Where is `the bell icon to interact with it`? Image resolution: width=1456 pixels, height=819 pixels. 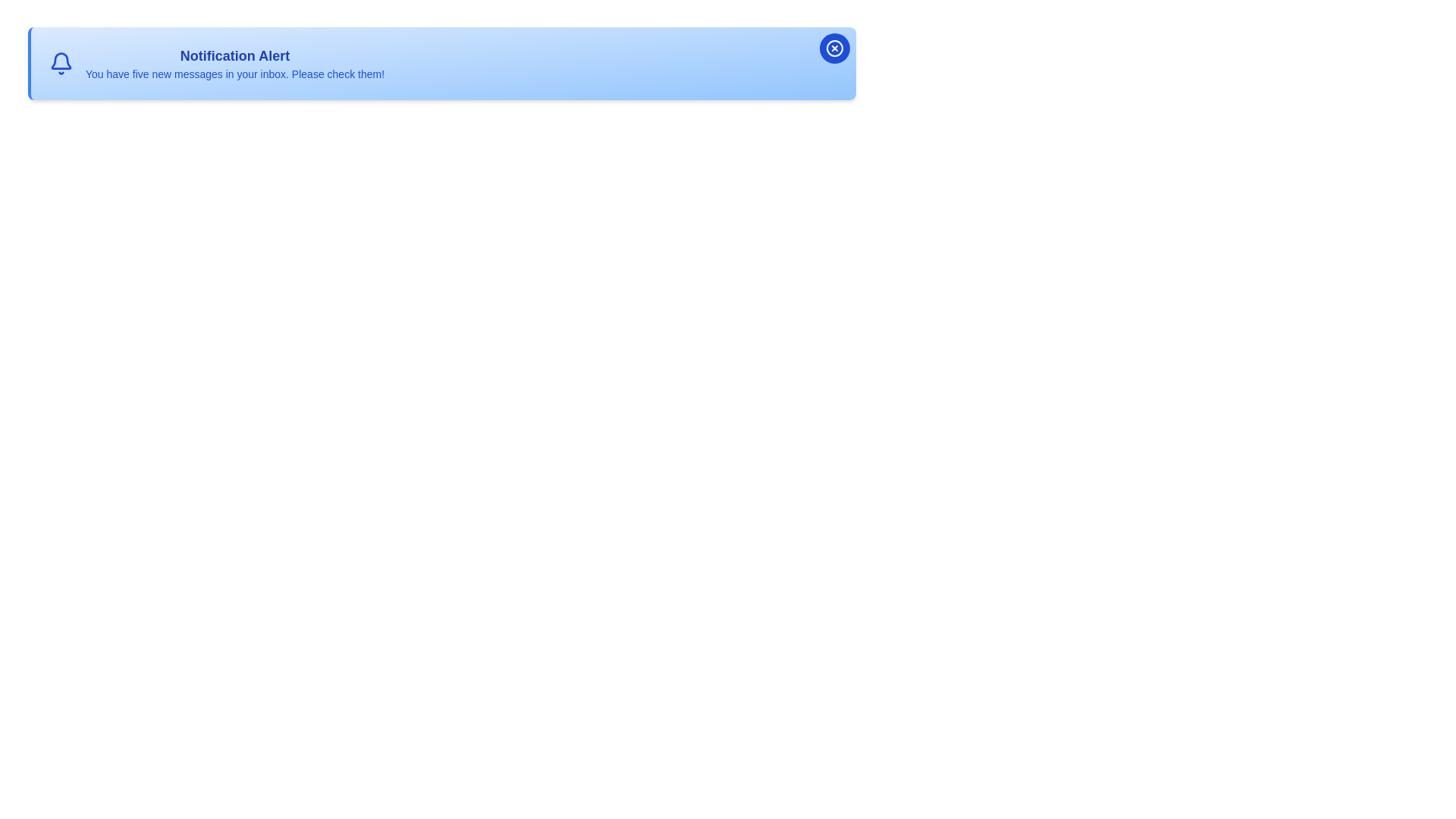 the bell icon to interact with it is located at coordinates (61, 63).